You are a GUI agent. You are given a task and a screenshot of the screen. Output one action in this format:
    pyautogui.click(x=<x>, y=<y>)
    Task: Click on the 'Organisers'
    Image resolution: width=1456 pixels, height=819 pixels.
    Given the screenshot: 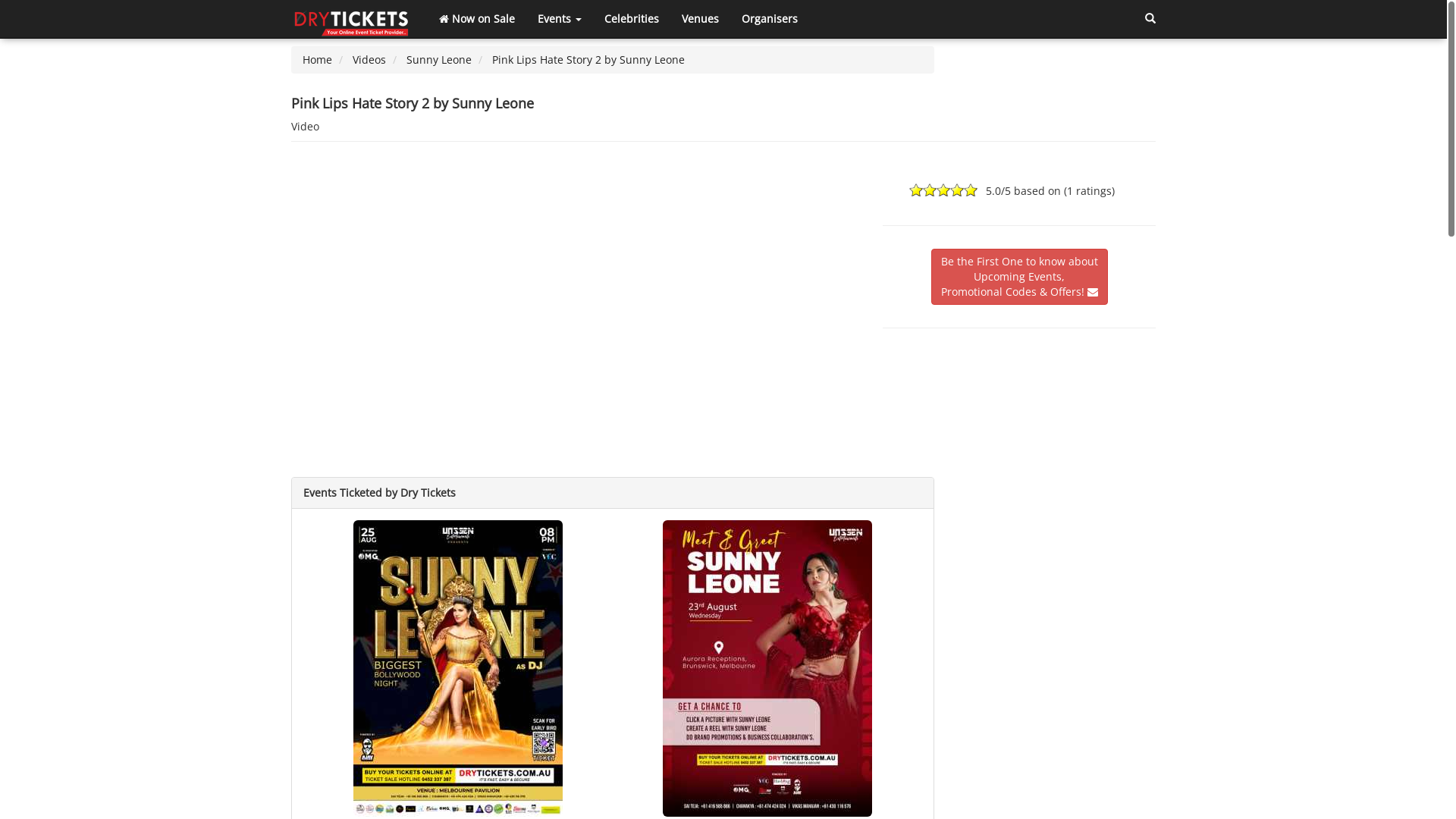 What is the action you would take?
    pyautogui.click(x=769, y=18)
    